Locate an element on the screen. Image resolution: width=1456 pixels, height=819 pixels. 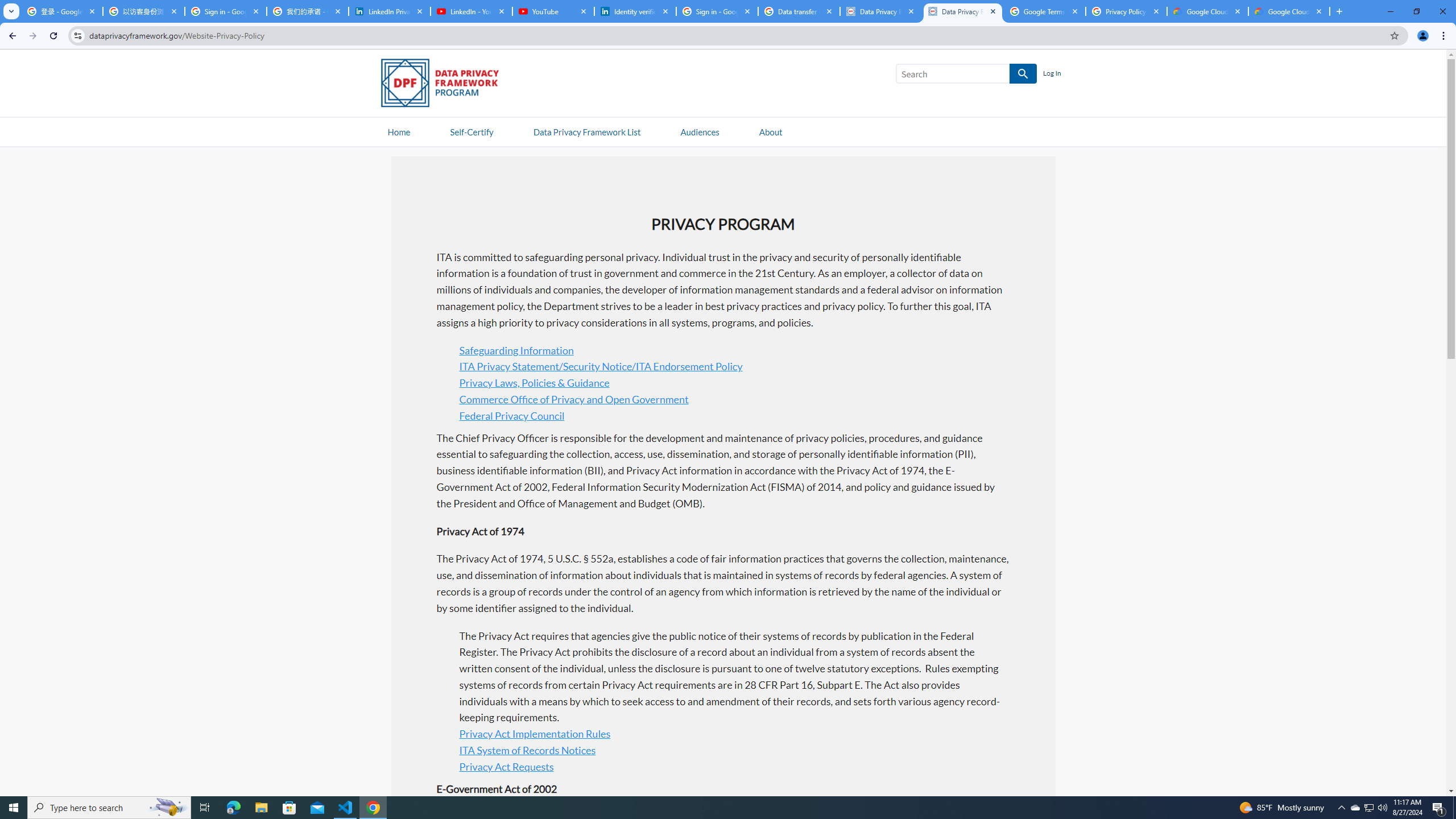
'Data Privacy Framework List' is located at coordinates (586, 131).